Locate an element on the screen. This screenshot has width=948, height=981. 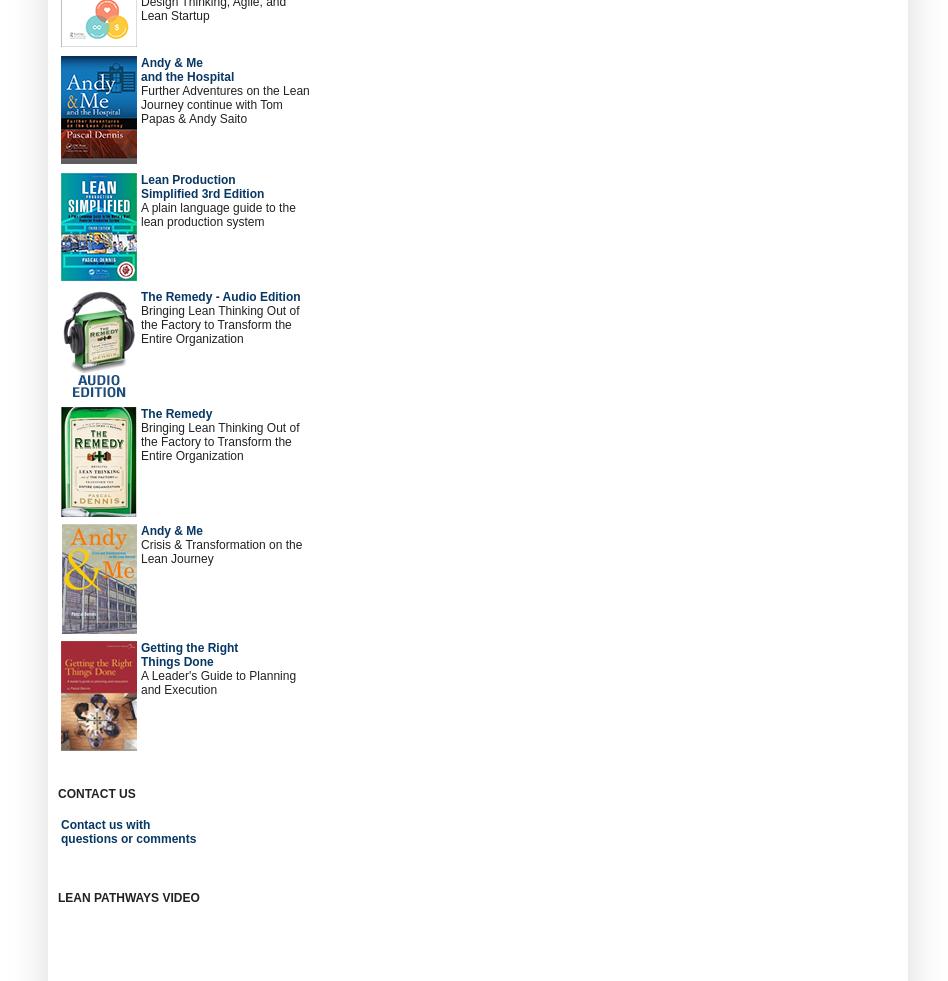
'CONTACT US' is located at coordinates (96, 794).